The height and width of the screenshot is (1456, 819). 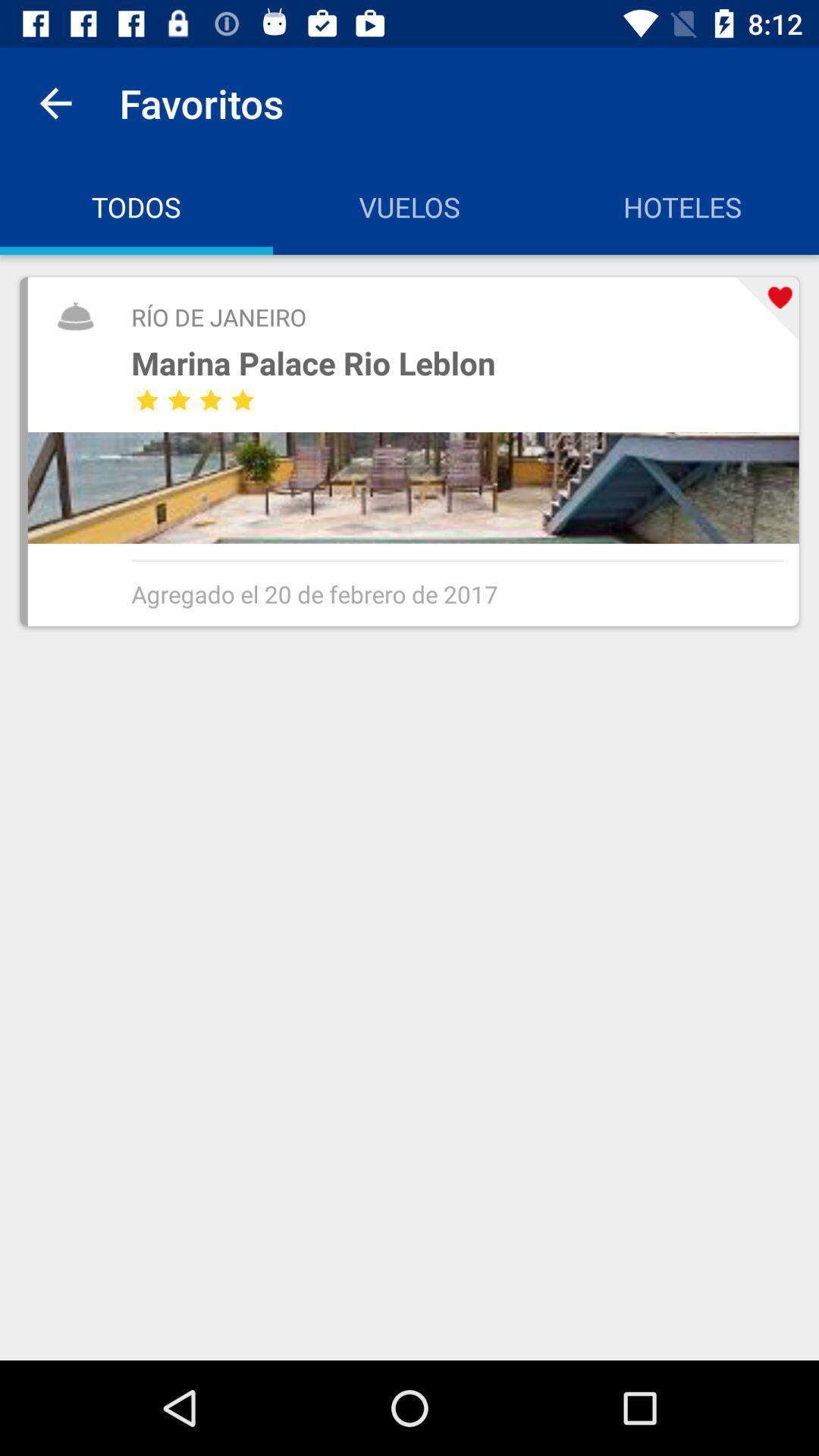 I want to click on icon to the left of favoritos, so click(x=55, y=102).